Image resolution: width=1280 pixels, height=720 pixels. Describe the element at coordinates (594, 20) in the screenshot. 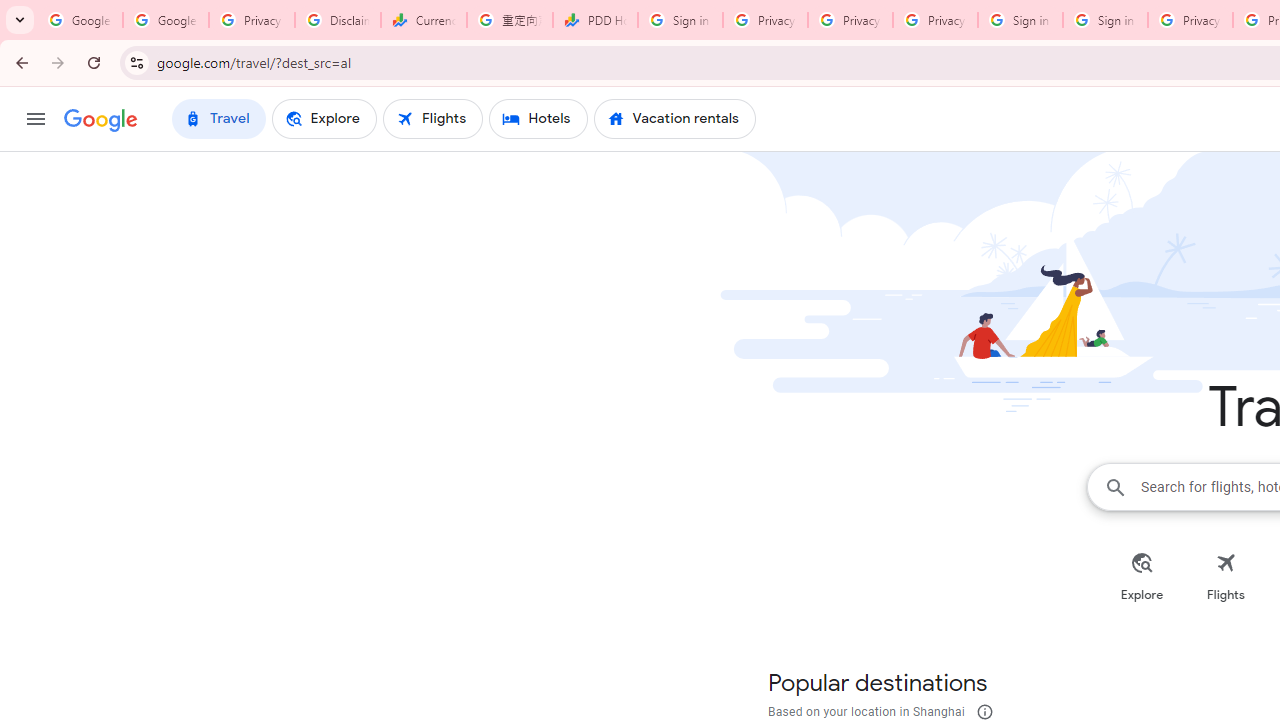

I see `'PDD Holdings Inc - ADR (PDD) Price & News - Google Finance'` at that location.